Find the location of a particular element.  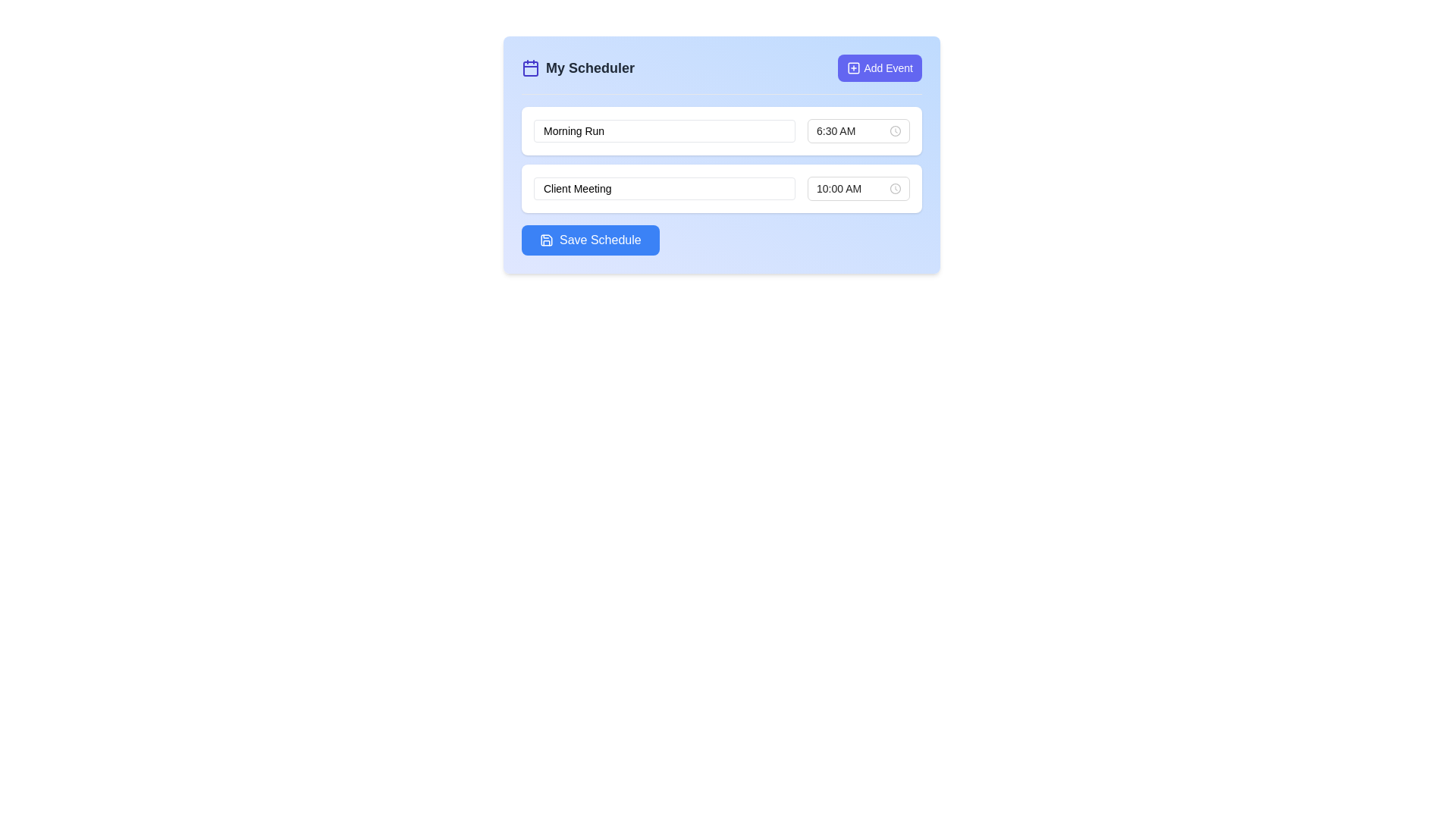

the 'My Scheduler' text label with the calendar icon, located at the top-left corner of the scheduling interface, to interact with the header section is located at coordinates (577, 67).